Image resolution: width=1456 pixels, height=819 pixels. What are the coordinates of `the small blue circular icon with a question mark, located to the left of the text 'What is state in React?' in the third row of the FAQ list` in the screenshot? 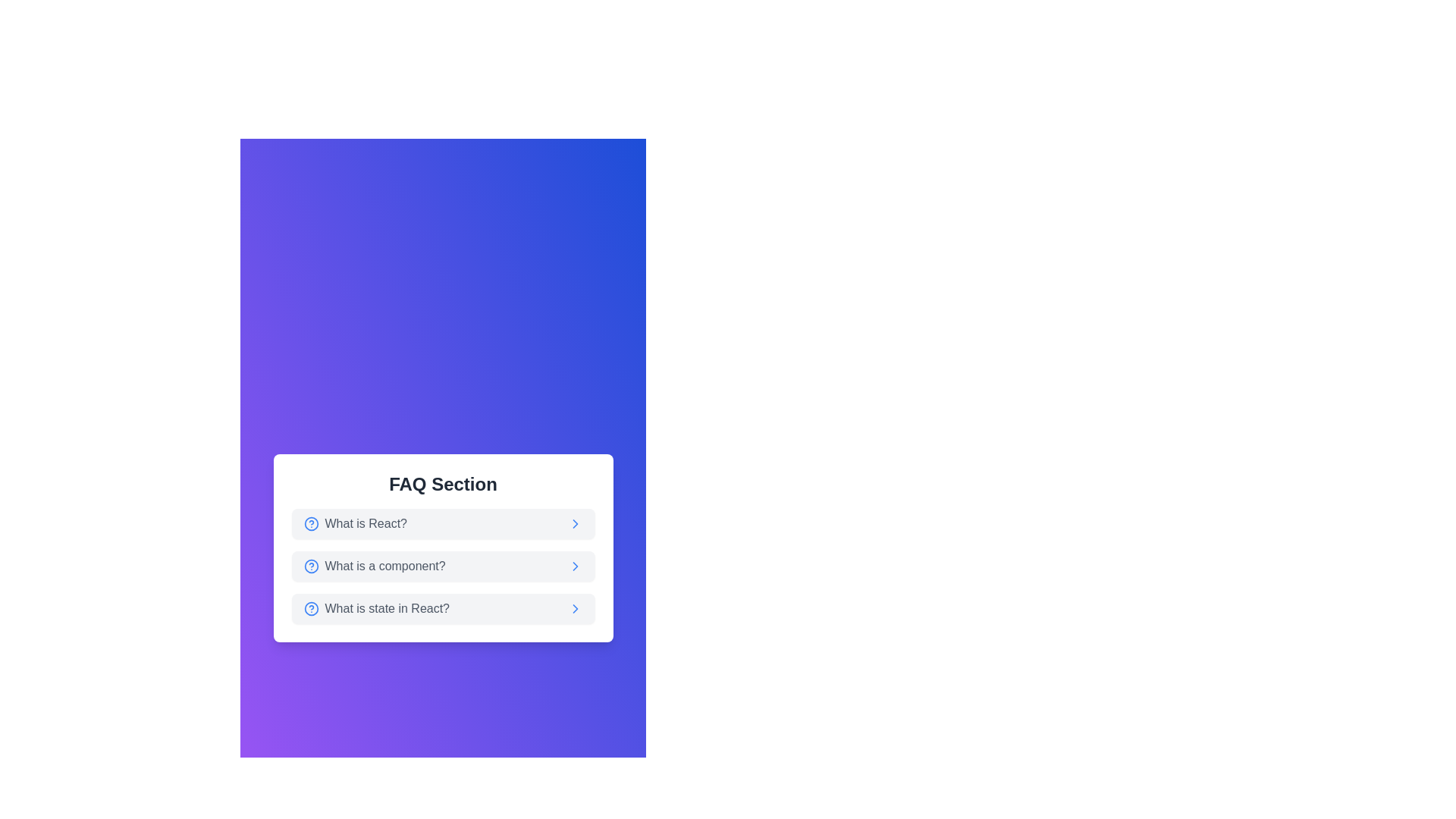 It's located at (310, 607).